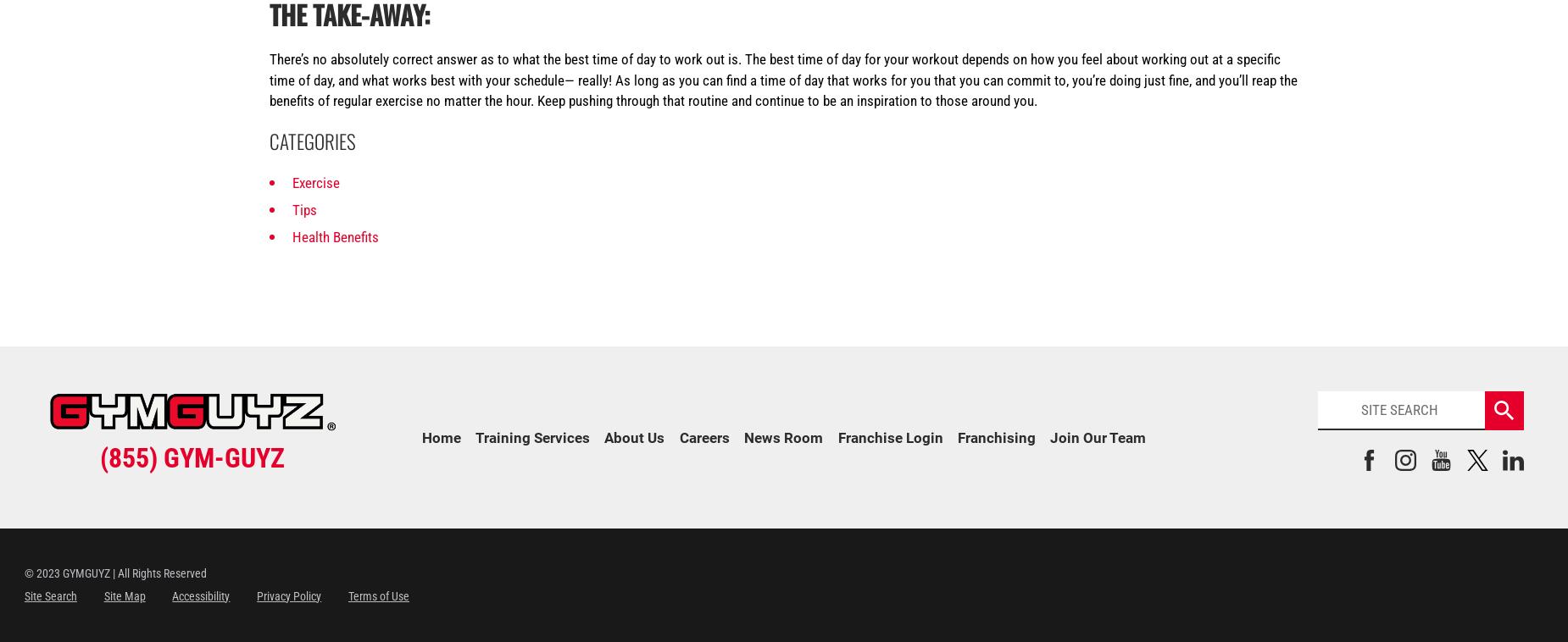 This screenshot has width=1568, height=642. What do you see at coordinates (123, 595) in the screenshot?
I see `'Site Map'` at bounding box center [123, 595].